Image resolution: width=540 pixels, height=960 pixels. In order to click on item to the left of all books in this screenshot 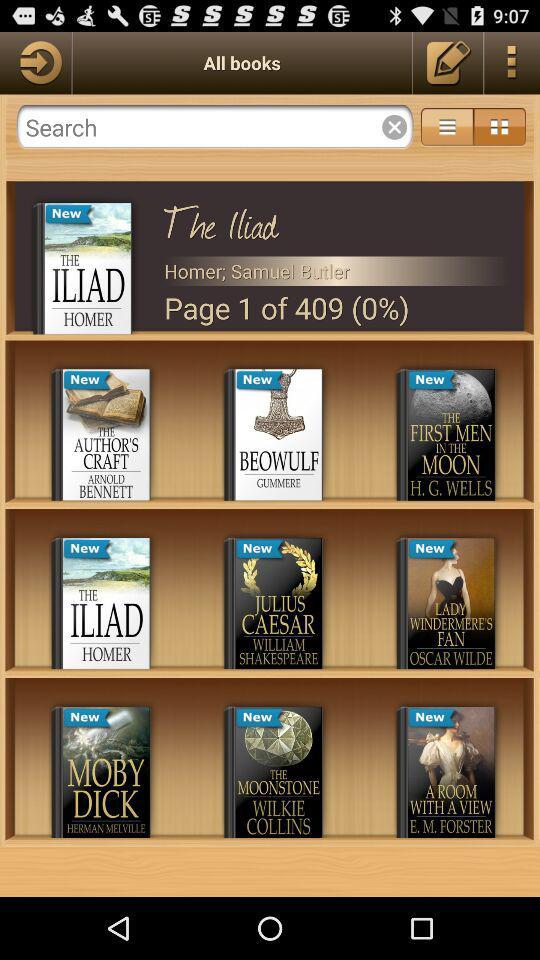, I will do `click(35, 62)`.